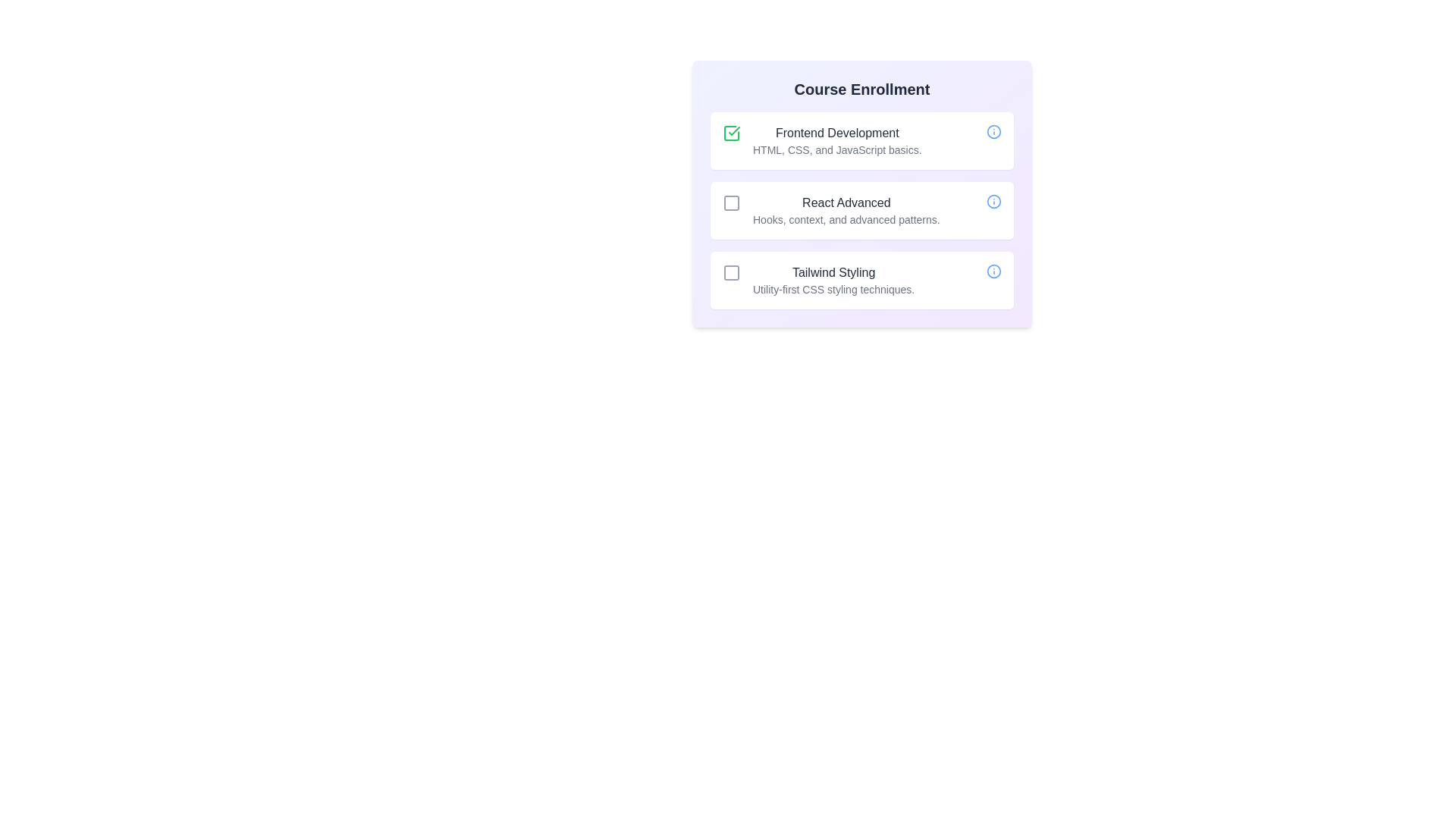  I want to click on the checkbox for the 'Tailwind Styling' course, located in the third card of the stack, so click(731, 271).